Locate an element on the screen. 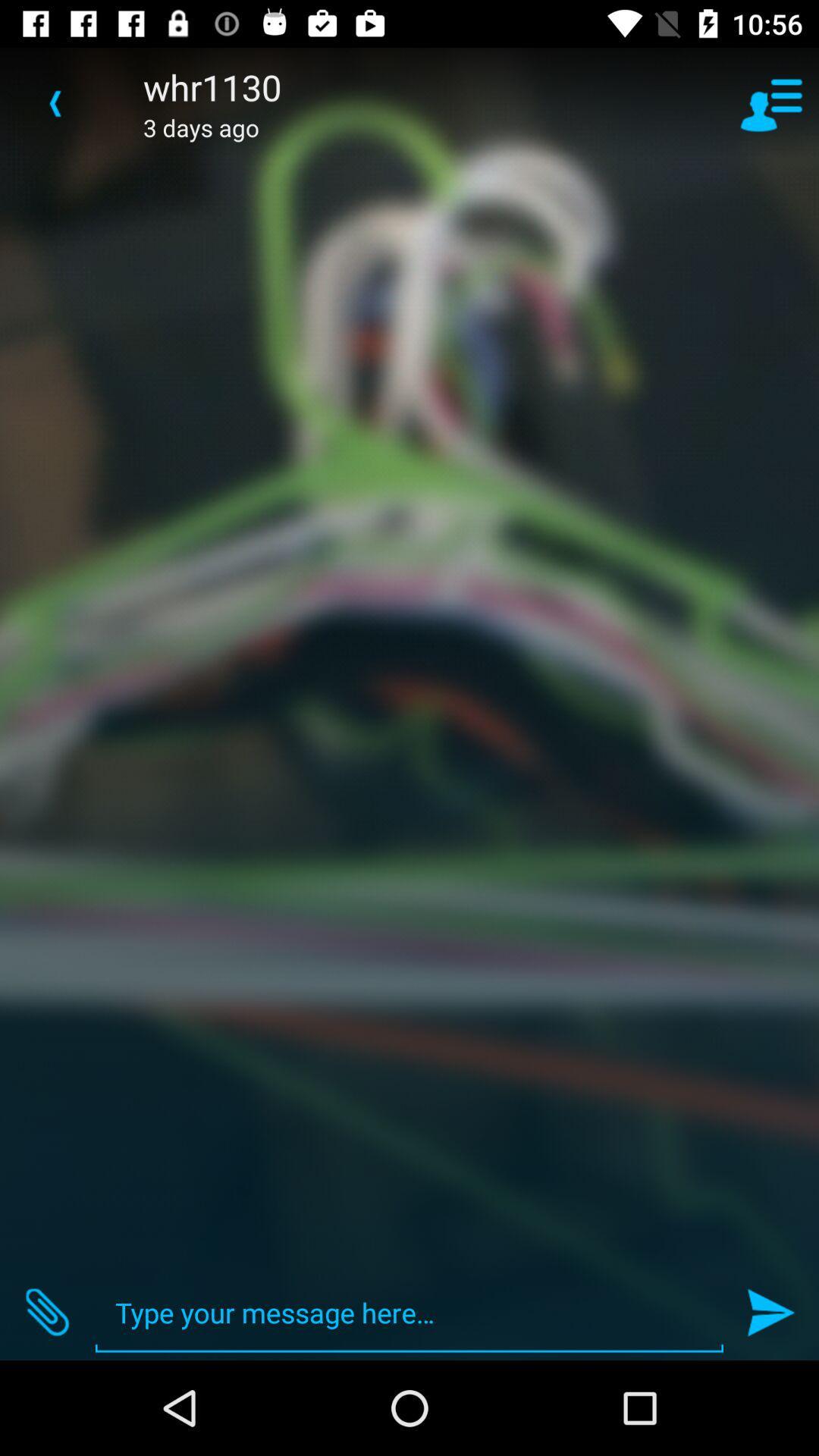 This screenshot has height=1456, width=819. icon to the left of the whr1130 is located at coordinates (55, 102).